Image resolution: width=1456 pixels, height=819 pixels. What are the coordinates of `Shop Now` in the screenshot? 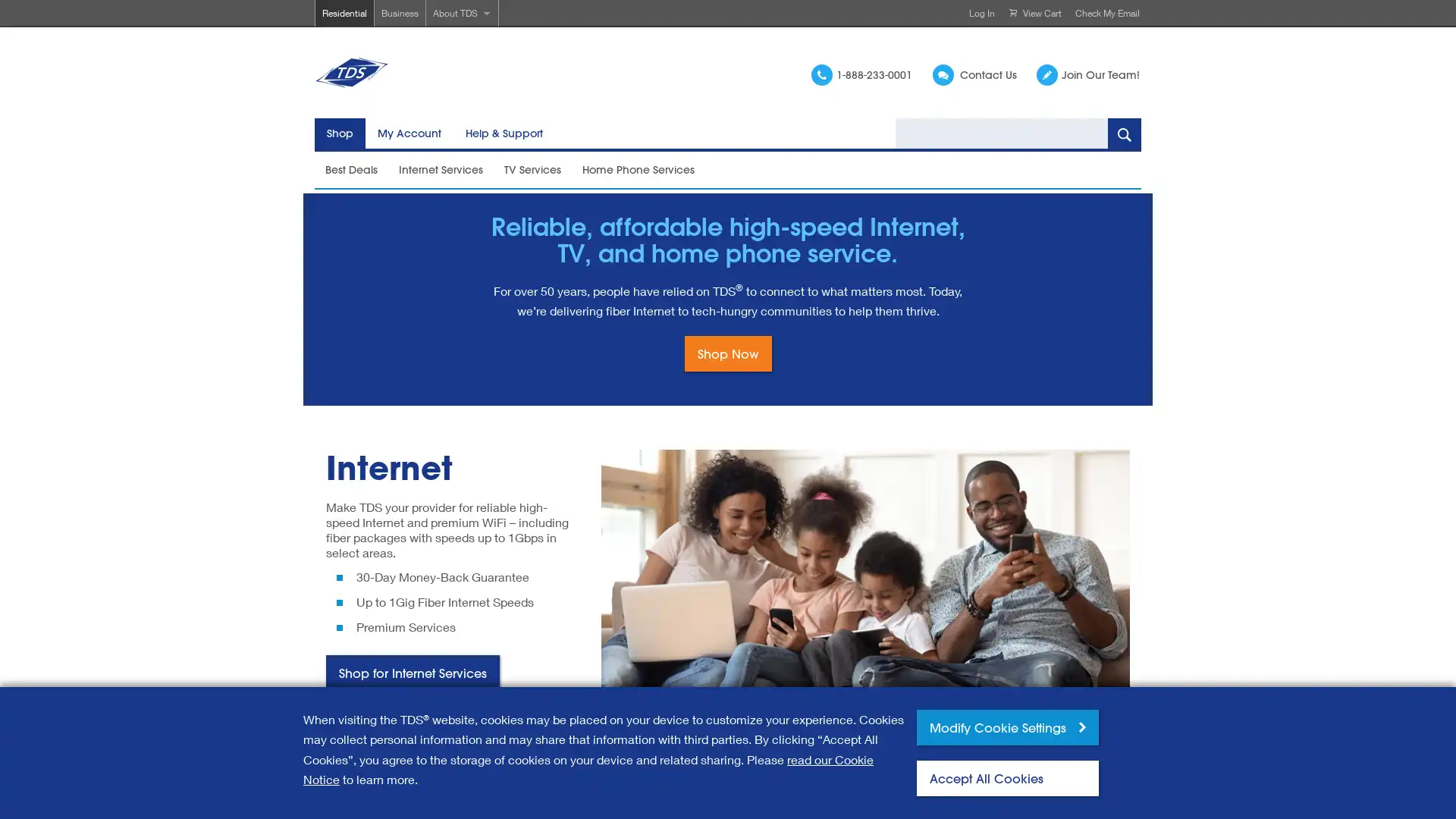 It's located at (726, 353).